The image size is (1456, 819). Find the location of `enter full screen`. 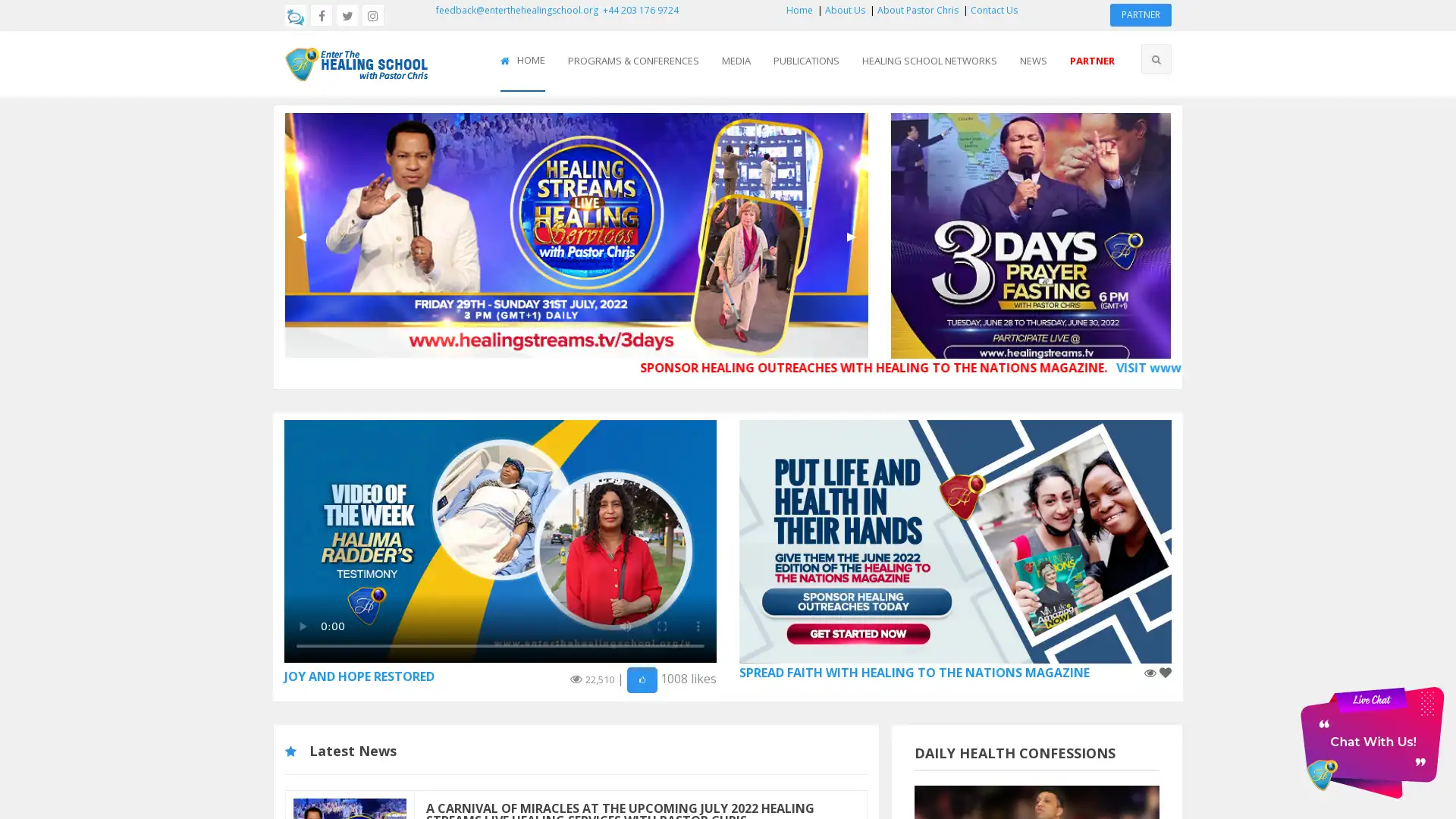

enter full screen is located at coordinates (662, 626).